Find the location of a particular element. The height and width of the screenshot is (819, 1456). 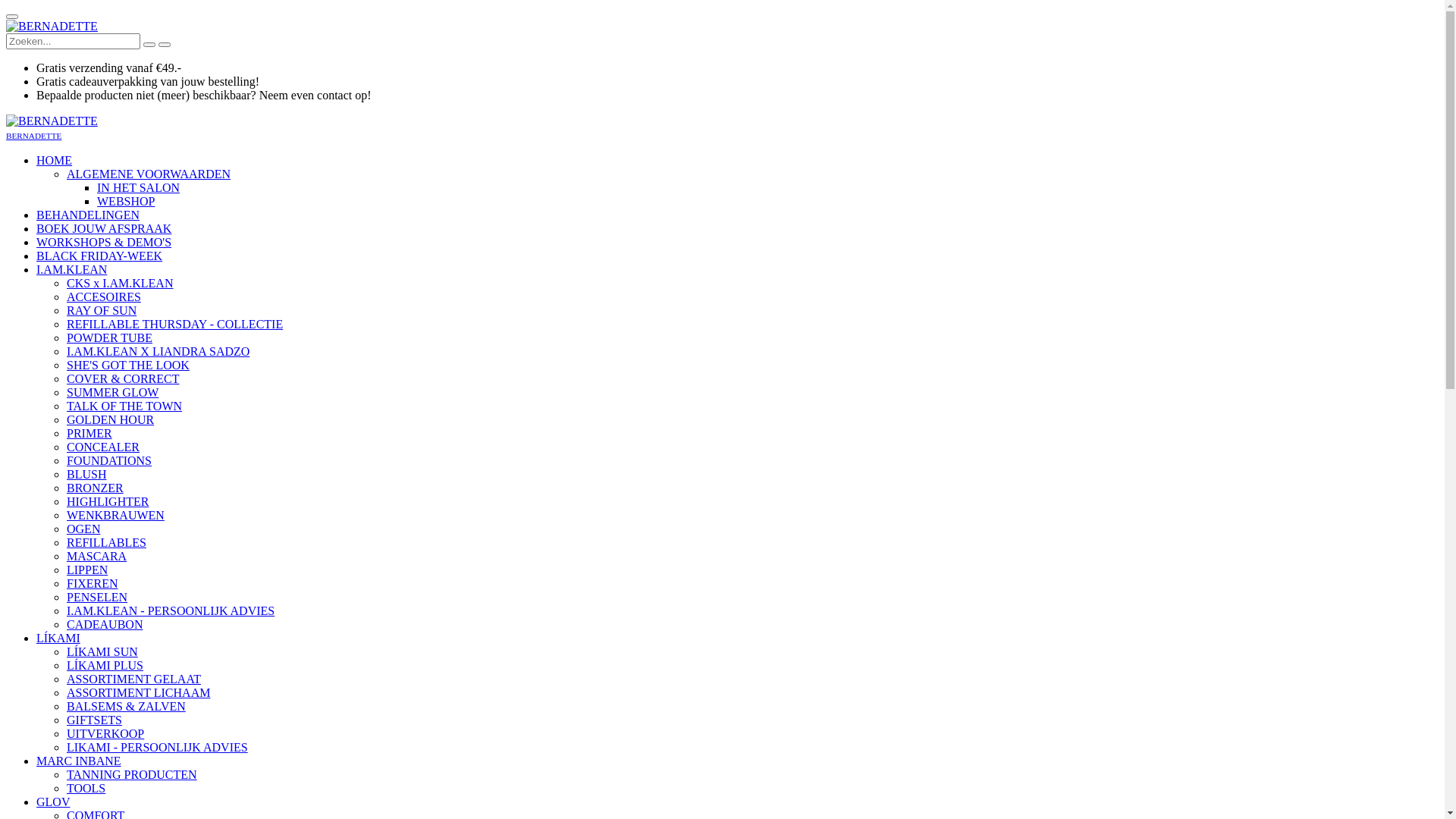

'COVER & CORRECT' is located at coordinates (123, 378).